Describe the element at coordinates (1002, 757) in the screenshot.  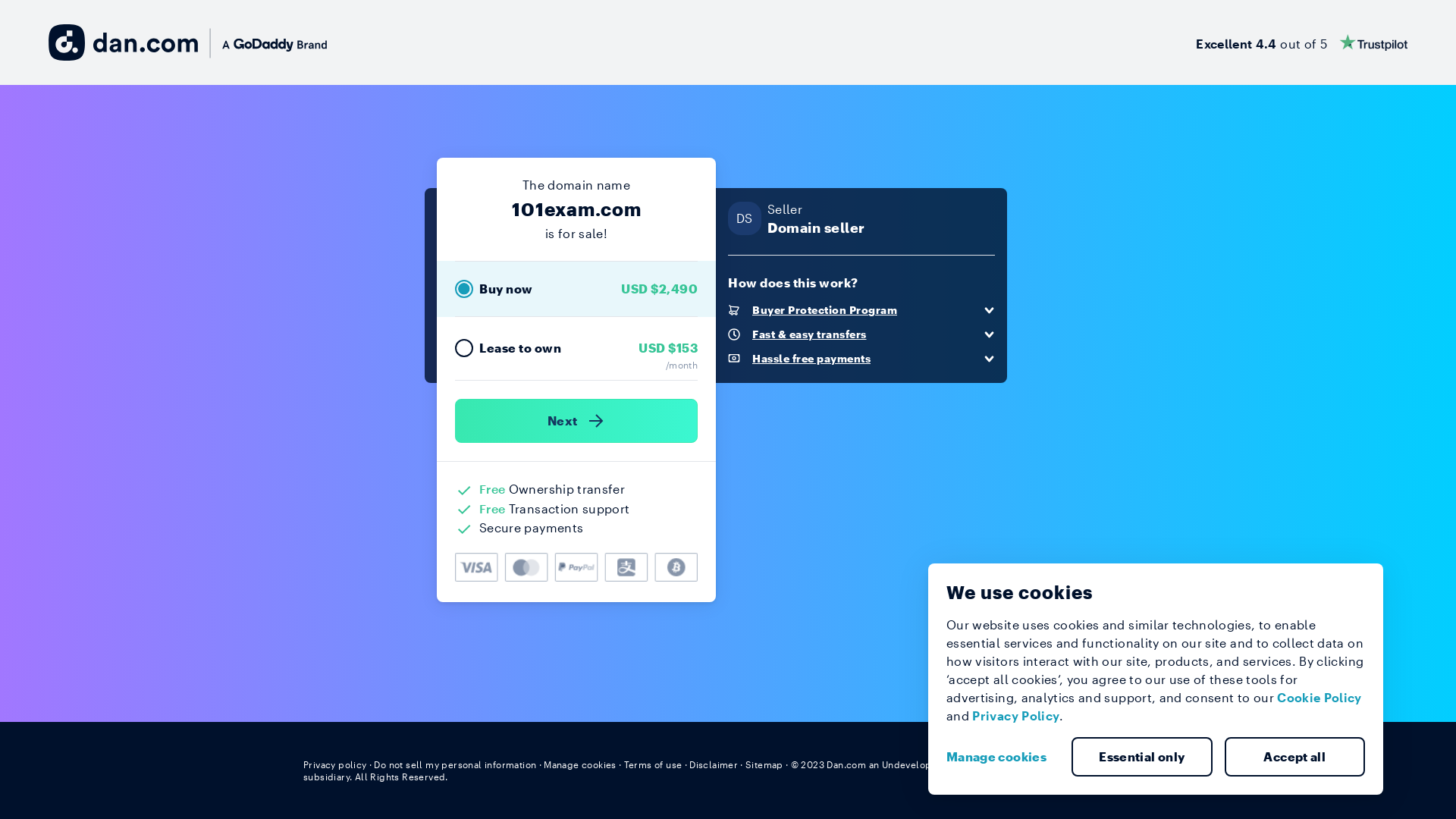
I see `'Manage cookies'` at that location.